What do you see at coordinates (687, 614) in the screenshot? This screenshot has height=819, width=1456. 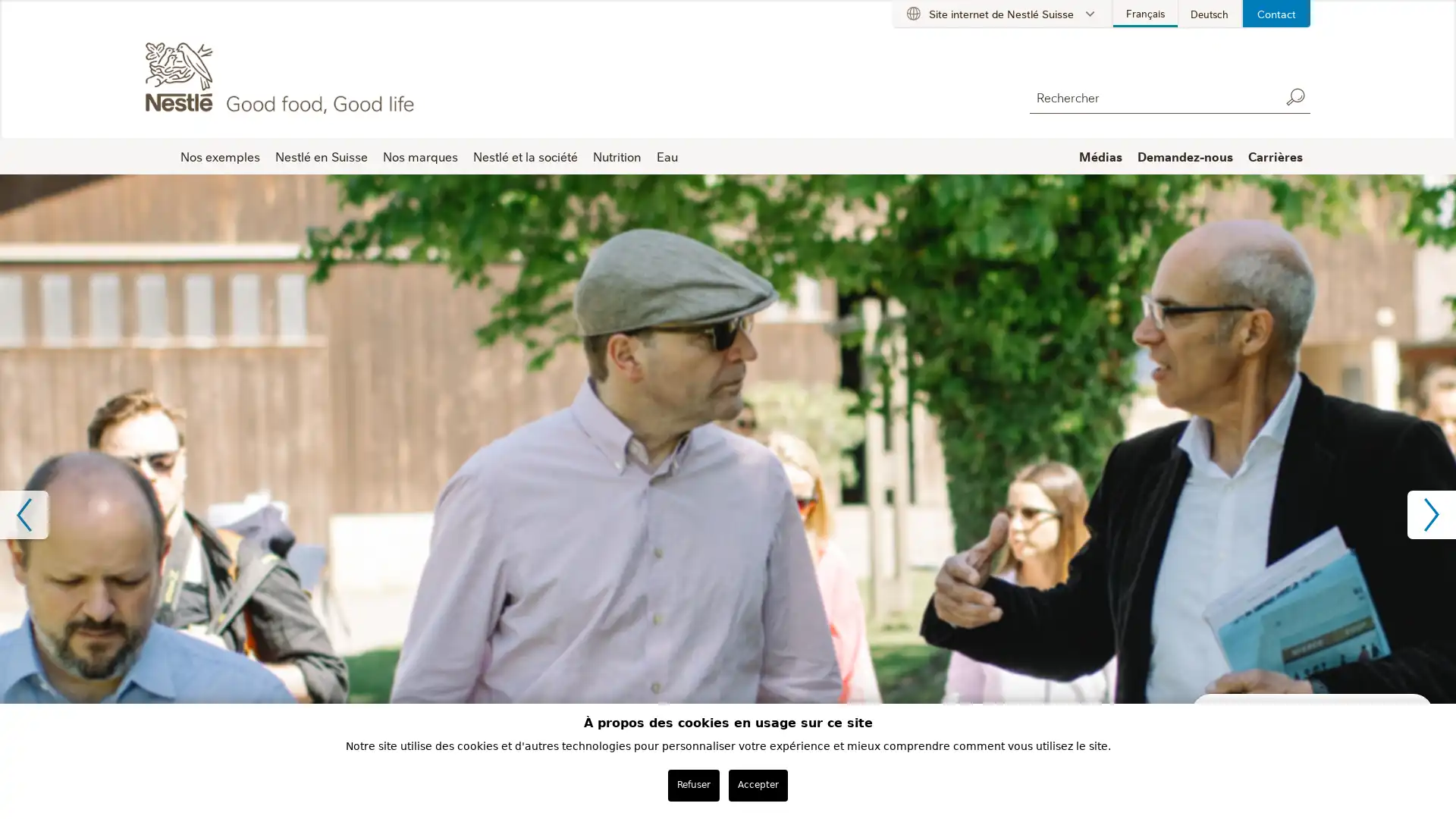 I see `1 of 5` at bounding box center [687, 614].